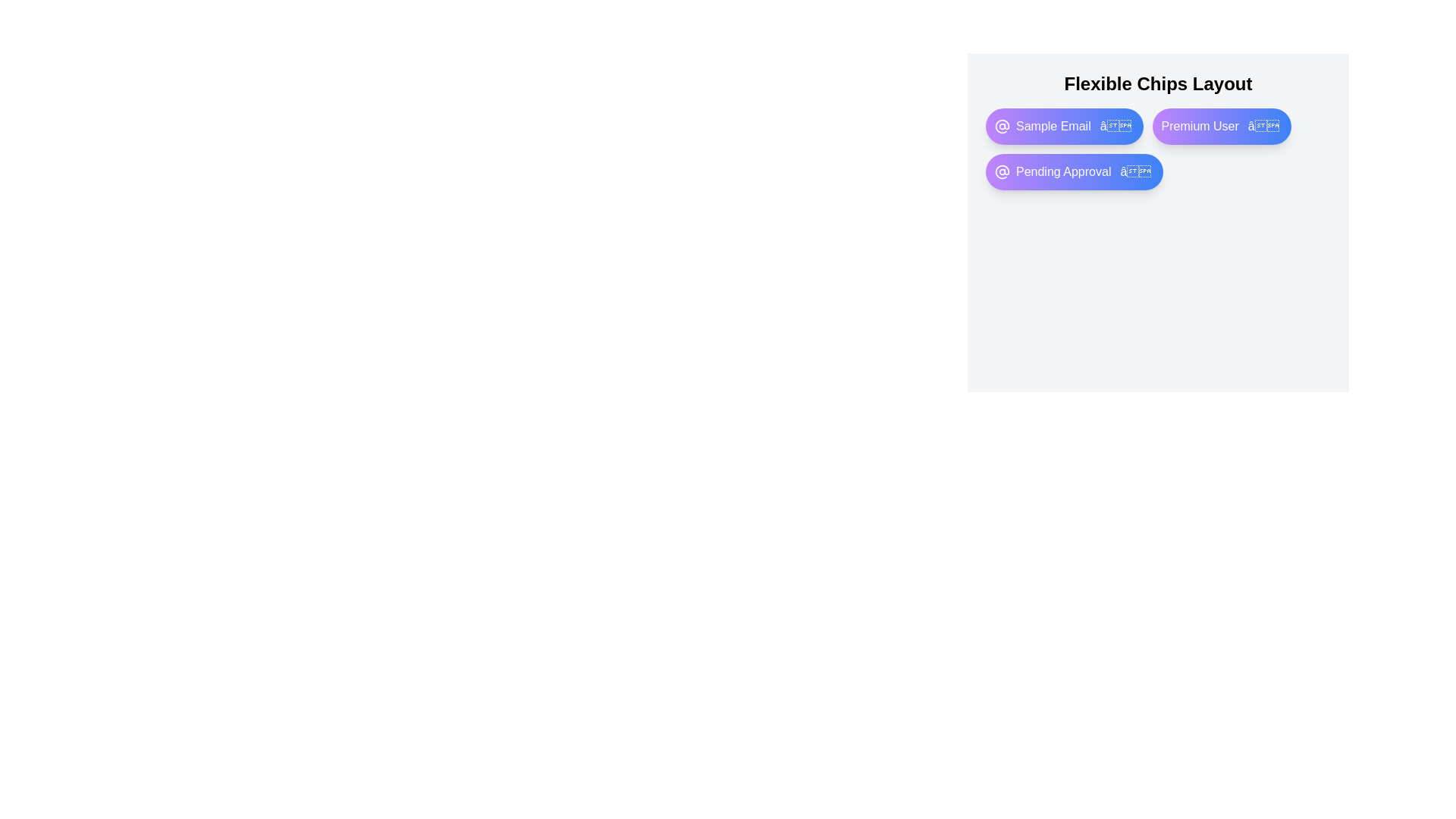 This screenshot has height=819, width=1456. What do you see at coordinates (1135, 171) in the screenshot?
I see `close button of the chip labeled Pending Approval to remove it` at bounding box center [1135, 171].